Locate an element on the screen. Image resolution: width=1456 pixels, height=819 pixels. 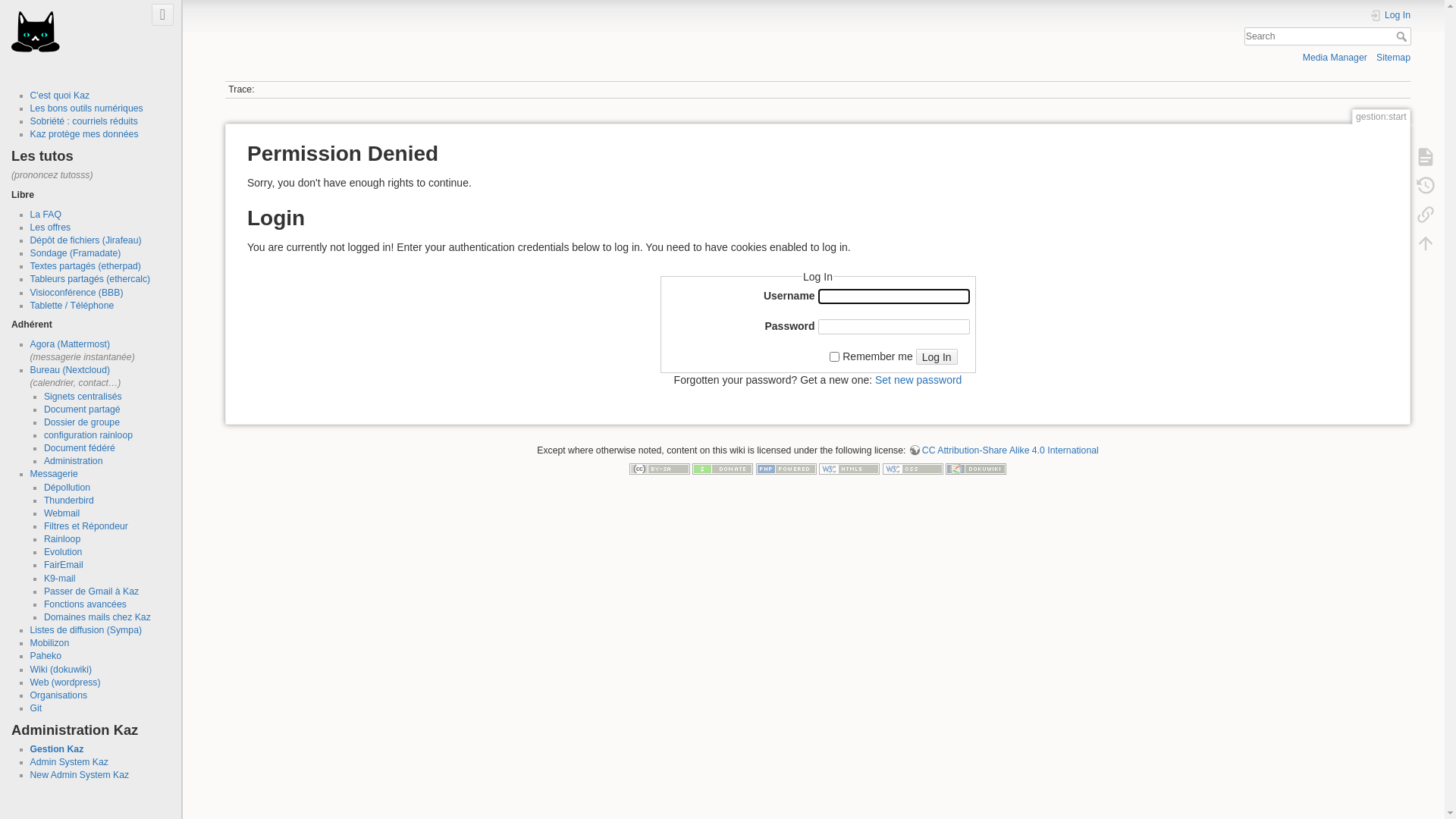
'Old revisions [o]' is located at coordinates (1425, 184).